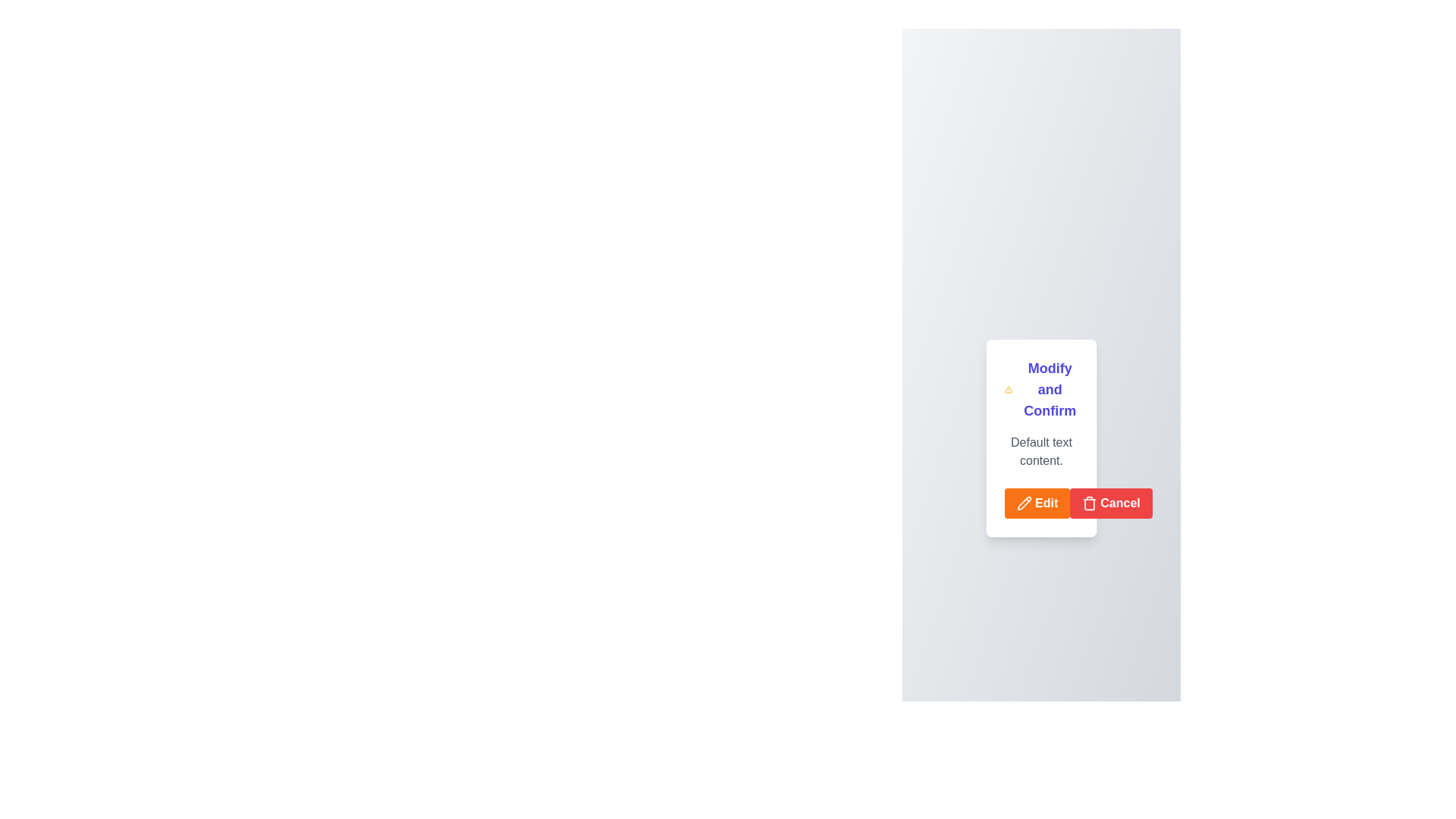 The height and width of the screenshot is (819, 1456). What do you see at coordinates (1025, 503) in the screenshot?
I see `the edit icon on the left side of the orange 'Edit' button located in the lower section of the card labeled 'Modify and Confirm'` at bounding box center [1025, 503].